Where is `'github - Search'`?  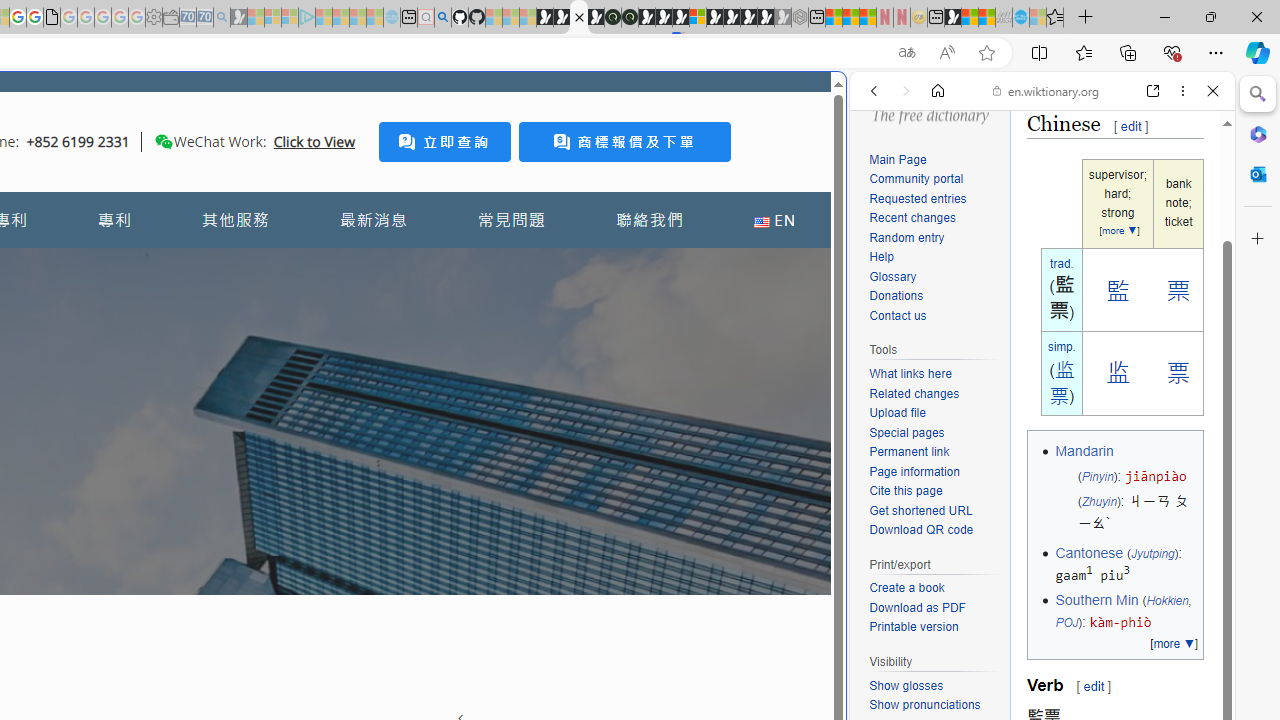 'github - Search' is located at coordinates (441, 17).